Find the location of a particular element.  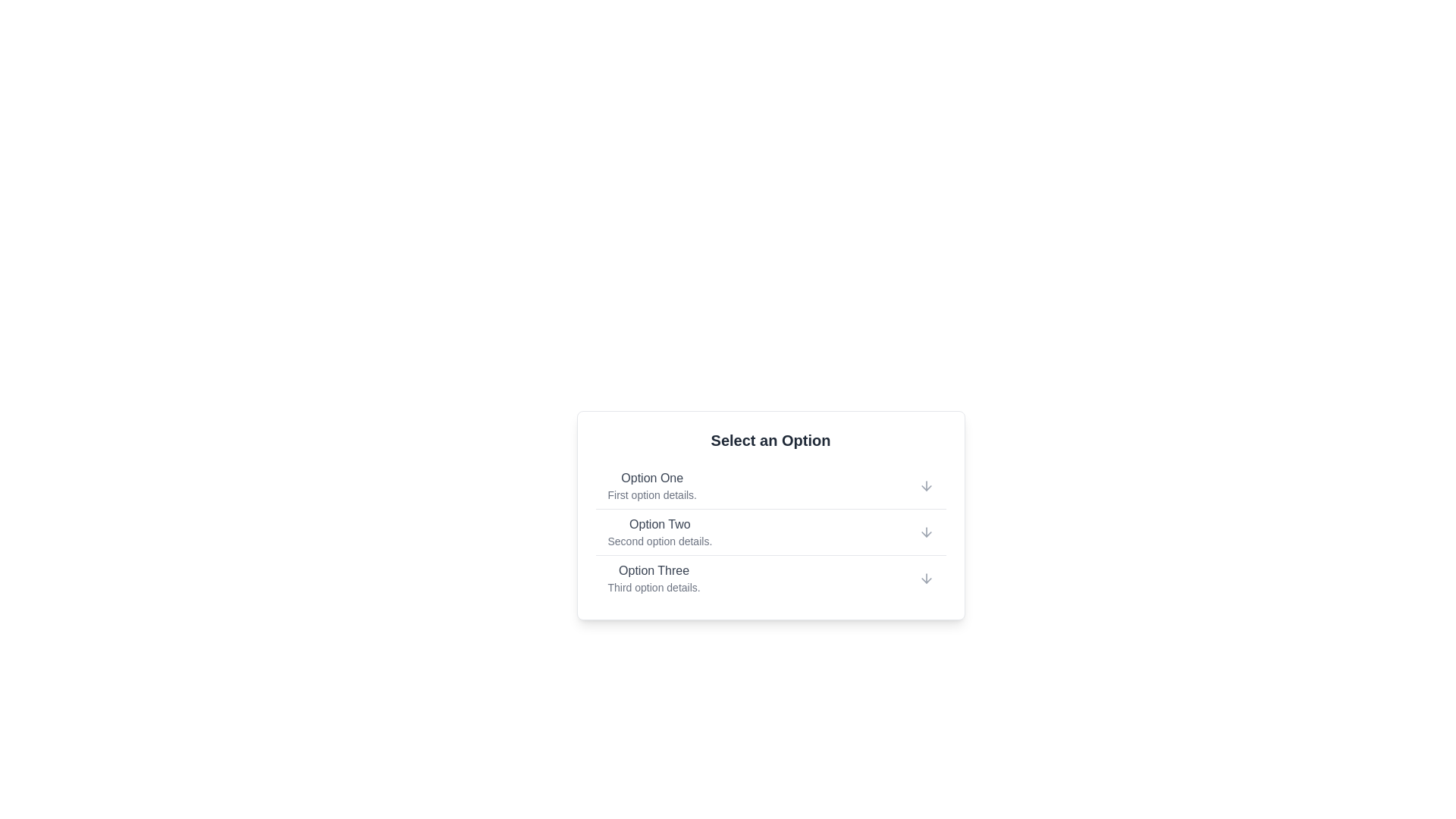

the interactive list item titled 'Option Two' to trigger the highlight effect is located at coordinates (770, 531).